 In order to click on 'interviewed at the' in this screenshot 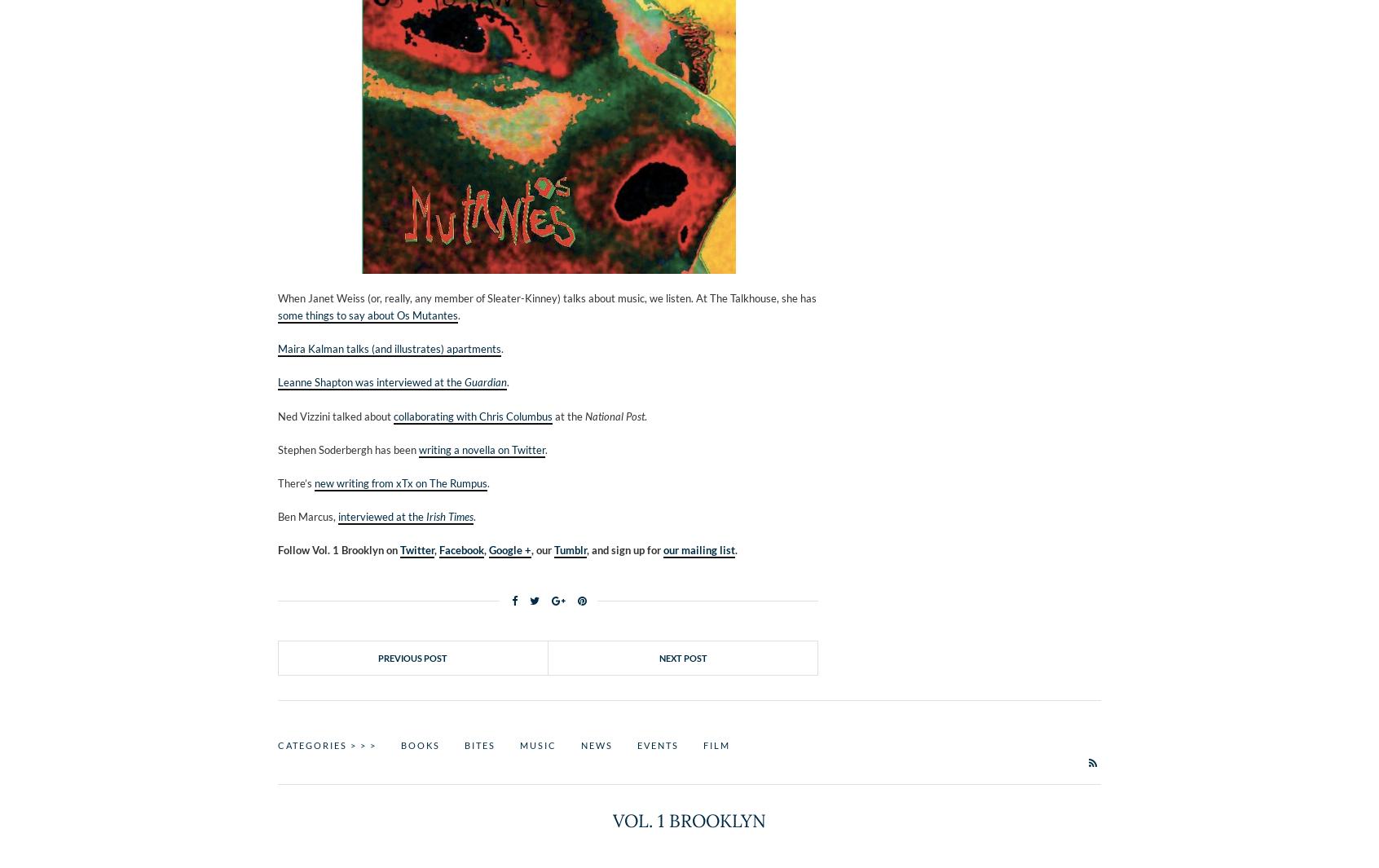, I will do `click(381, 516)`.